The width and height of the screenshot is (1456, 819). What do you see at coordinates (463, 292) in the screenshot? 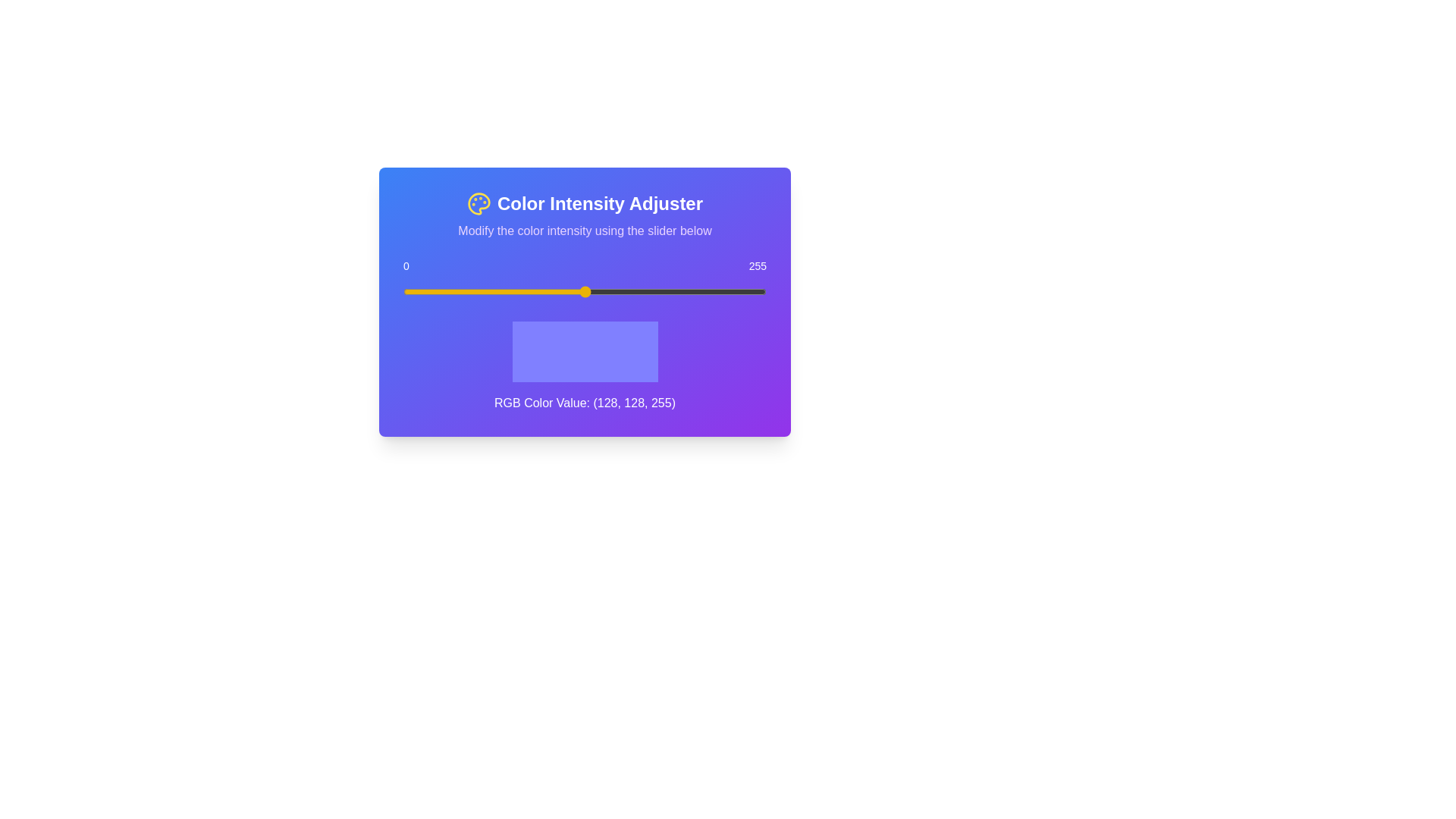
I see `the slider to set the value to 43` at bounding box center [463, 292].